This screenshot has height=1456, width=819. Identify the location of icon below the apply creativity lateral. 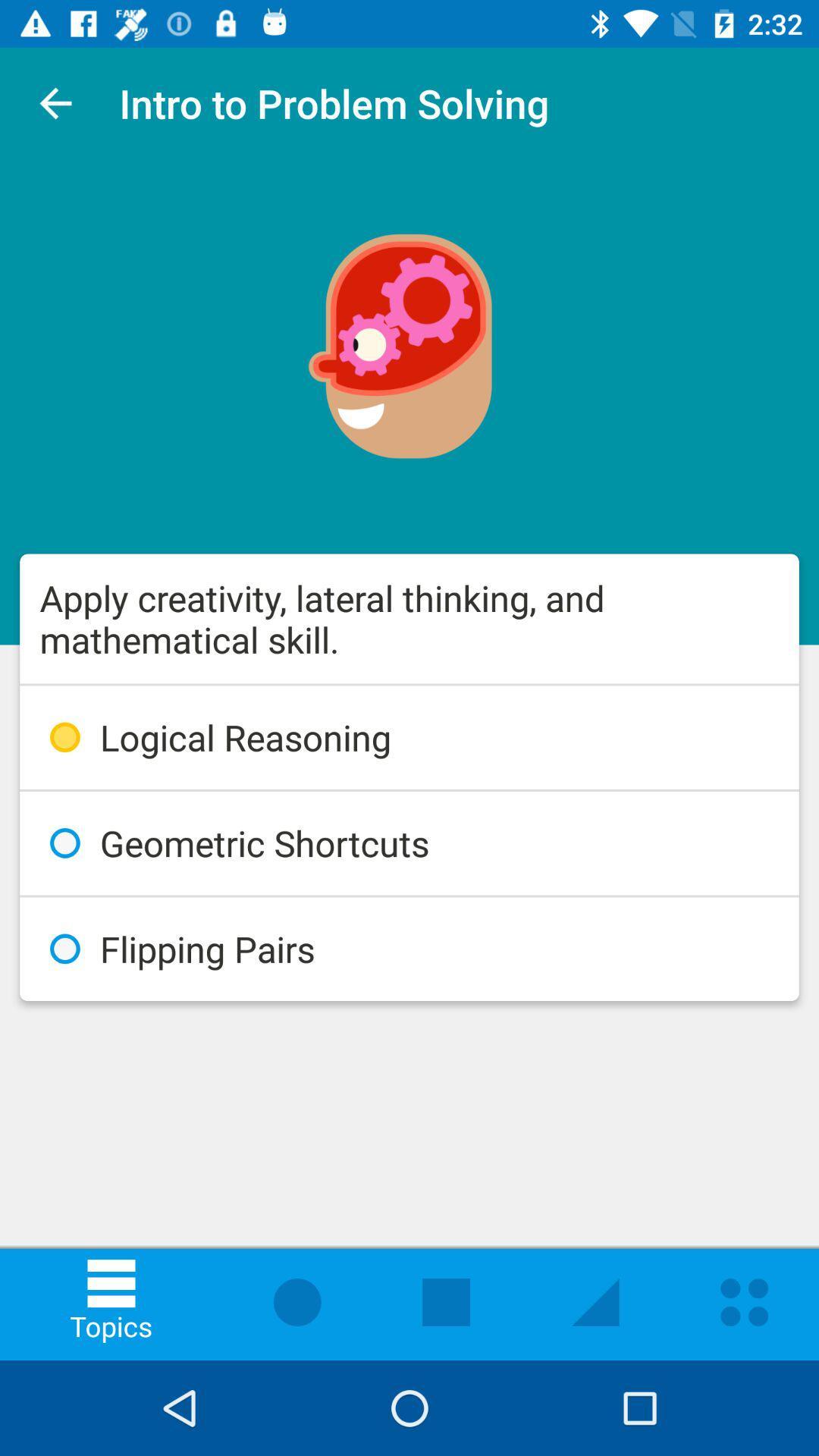
(409, 737).